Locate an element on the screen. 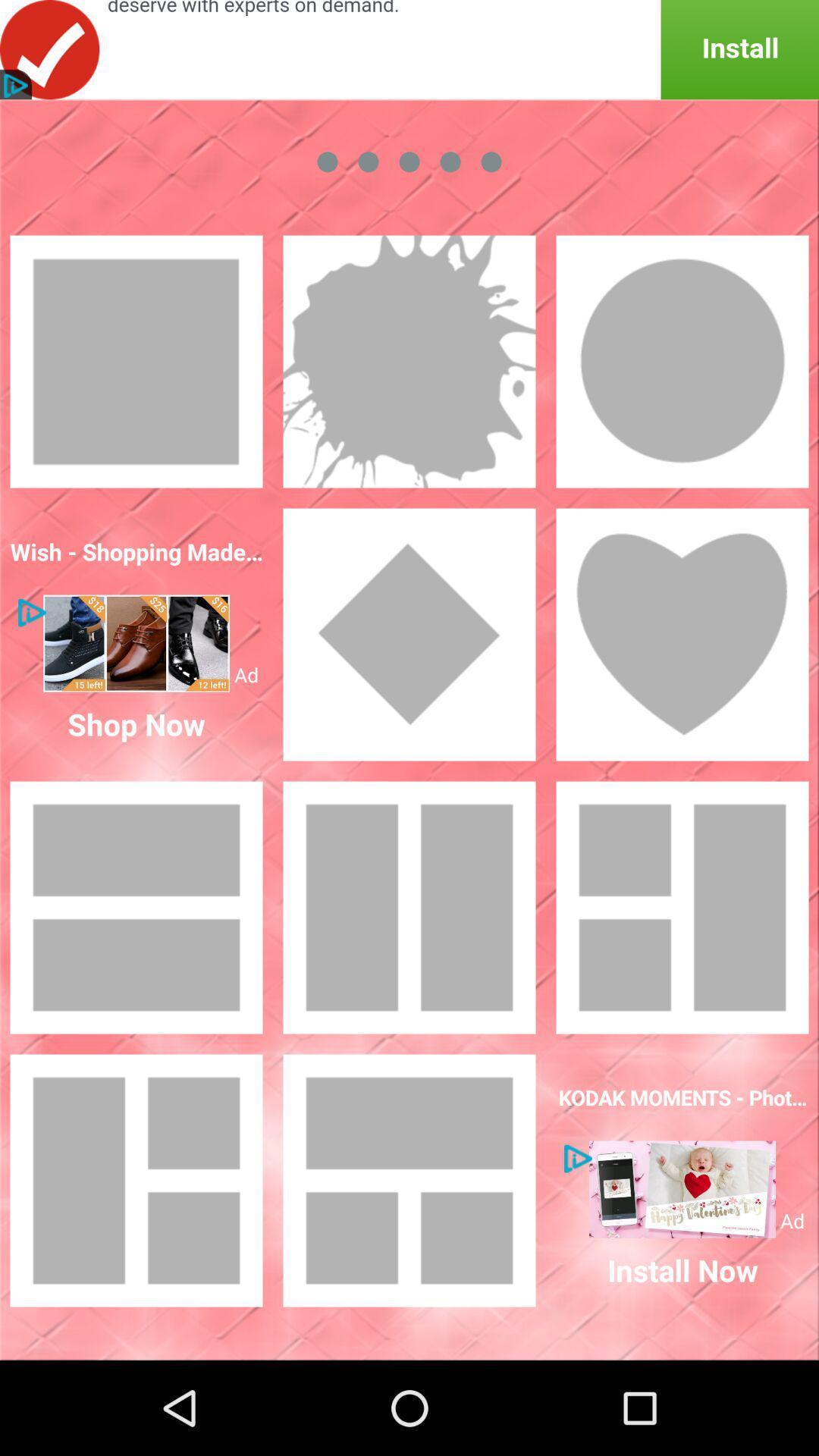  stick images is located at coordinates (409, 360).